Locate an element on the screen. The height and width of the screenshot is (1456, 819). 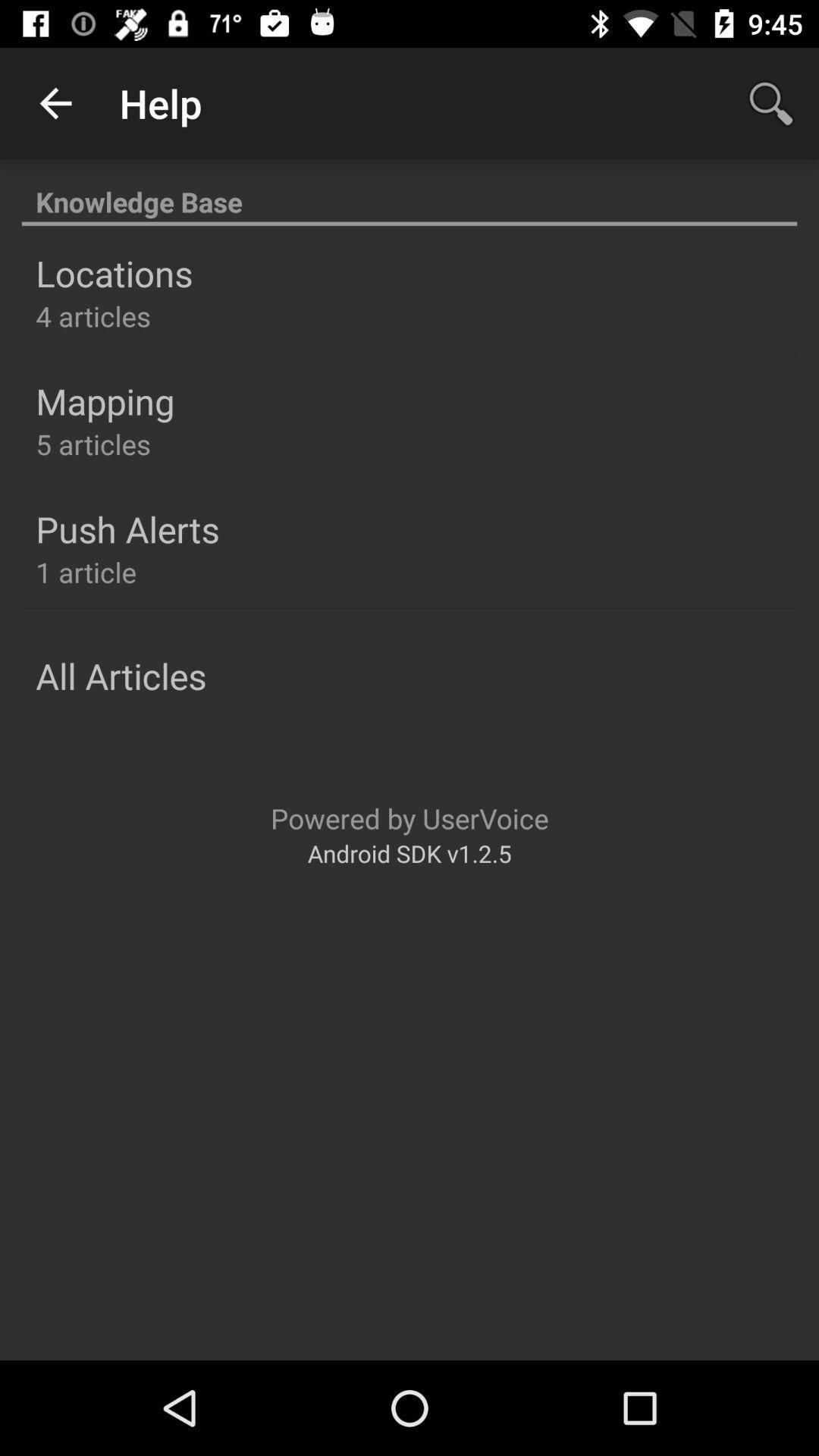
powered by uservoice is located at coordinates (409, 817).